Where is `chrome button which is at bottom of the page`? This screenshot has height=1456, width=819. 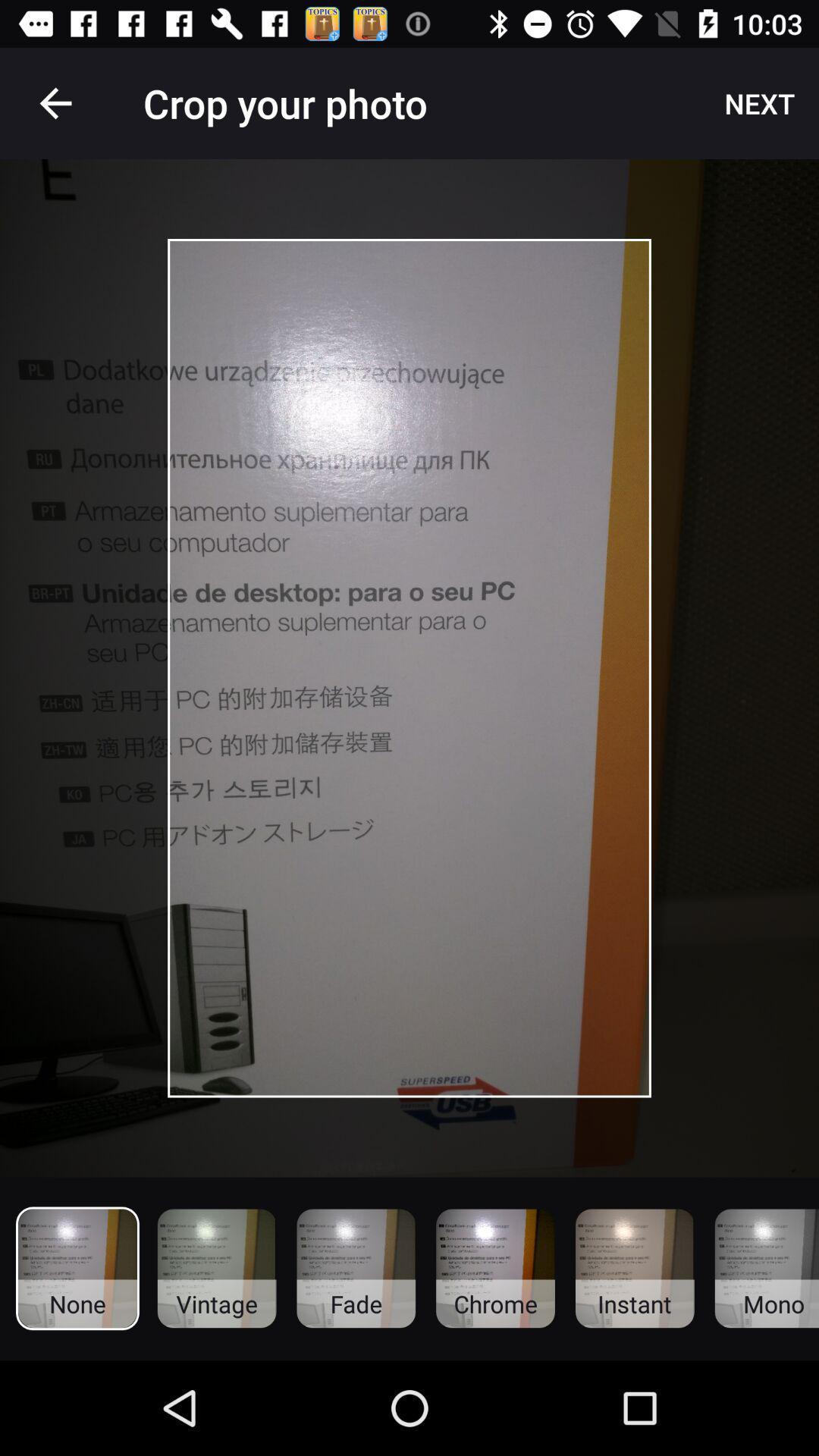 chrome button which is at bottom of the page is located at coordinates (495, 1269).